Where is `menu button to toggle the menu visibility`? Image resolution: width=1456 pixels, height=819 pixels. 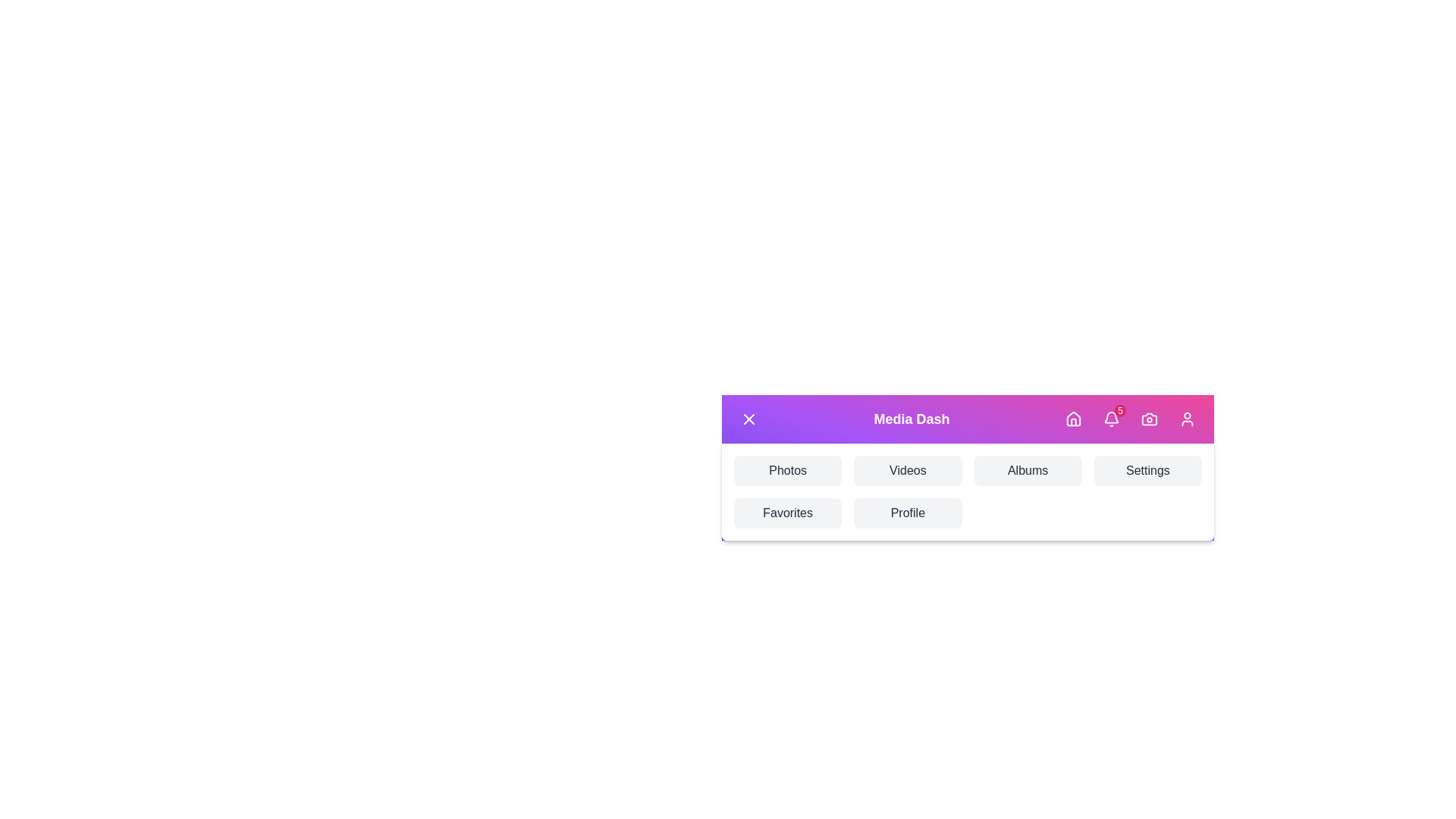 menu button to toggle the menu visibility is located at coordinates (749, 419).